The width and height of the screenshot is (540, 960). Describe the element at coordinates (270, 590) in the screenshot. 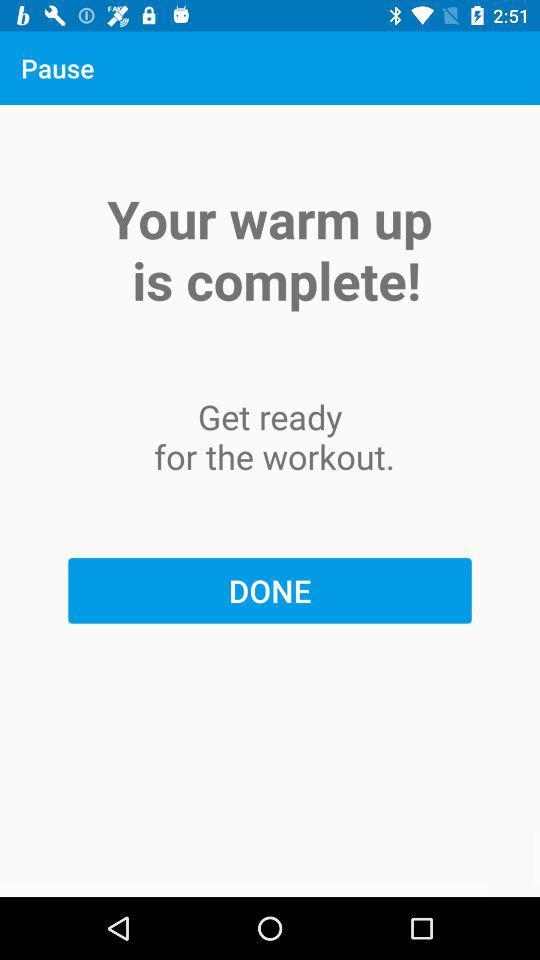

I see `the done item` at that location.